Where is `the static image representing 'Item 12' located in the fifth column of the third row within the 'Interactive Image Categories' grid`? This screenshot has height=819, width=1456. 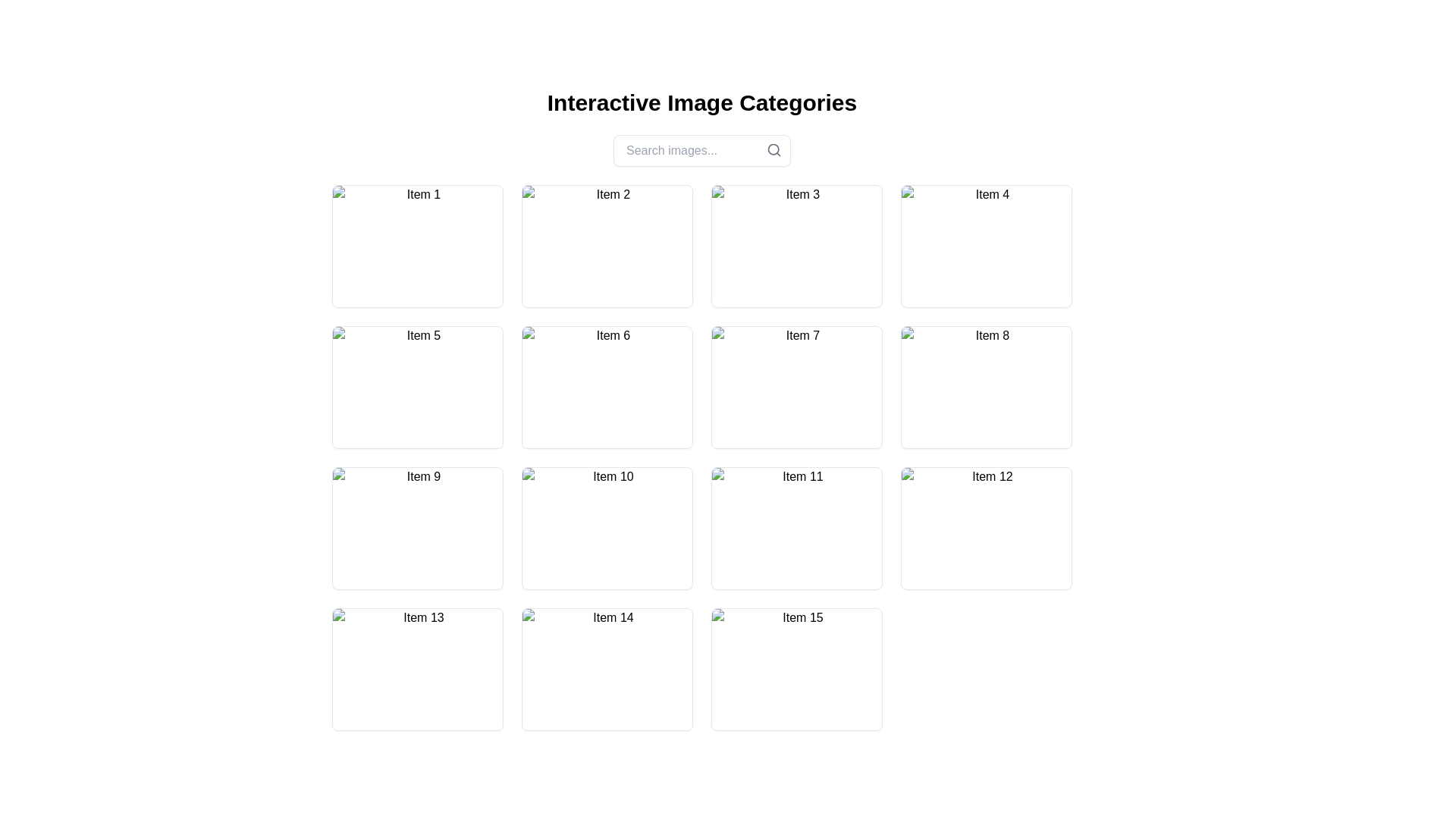 the static image representing 'Item 12' located in the fifth column of the third row within the 'Interactive Image Categories' grid is located at coordinates (986, 528).